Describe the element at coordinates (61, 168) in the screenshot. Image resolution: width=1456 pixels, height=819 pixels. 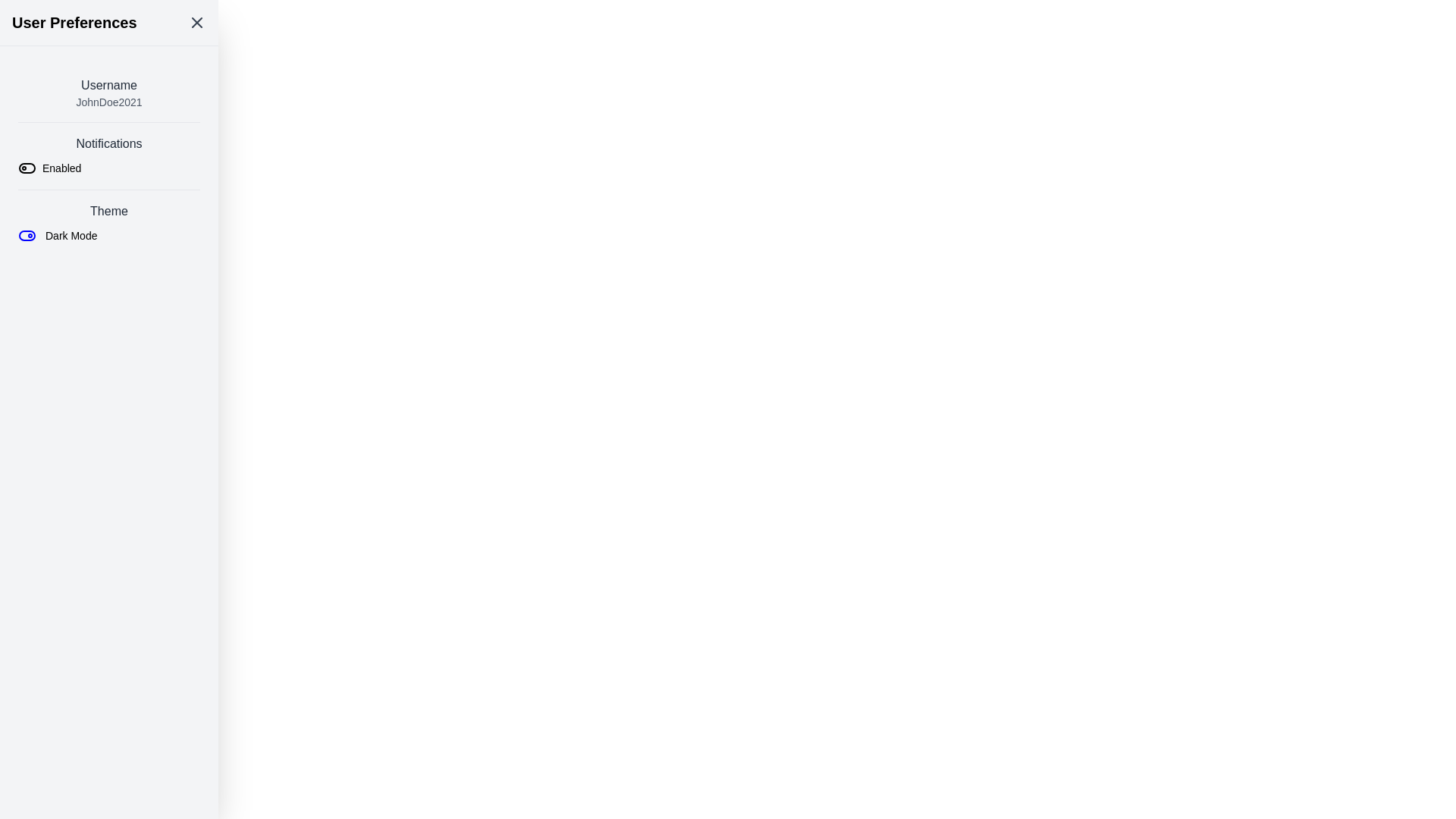
I see `Text Label indicating the current state of the toggle switch, which shows 'Enabled.' This label is located in the 'Notifications' section of the 'User Preferences' menu, positioned to the right of the toggle-related icon` at that location.